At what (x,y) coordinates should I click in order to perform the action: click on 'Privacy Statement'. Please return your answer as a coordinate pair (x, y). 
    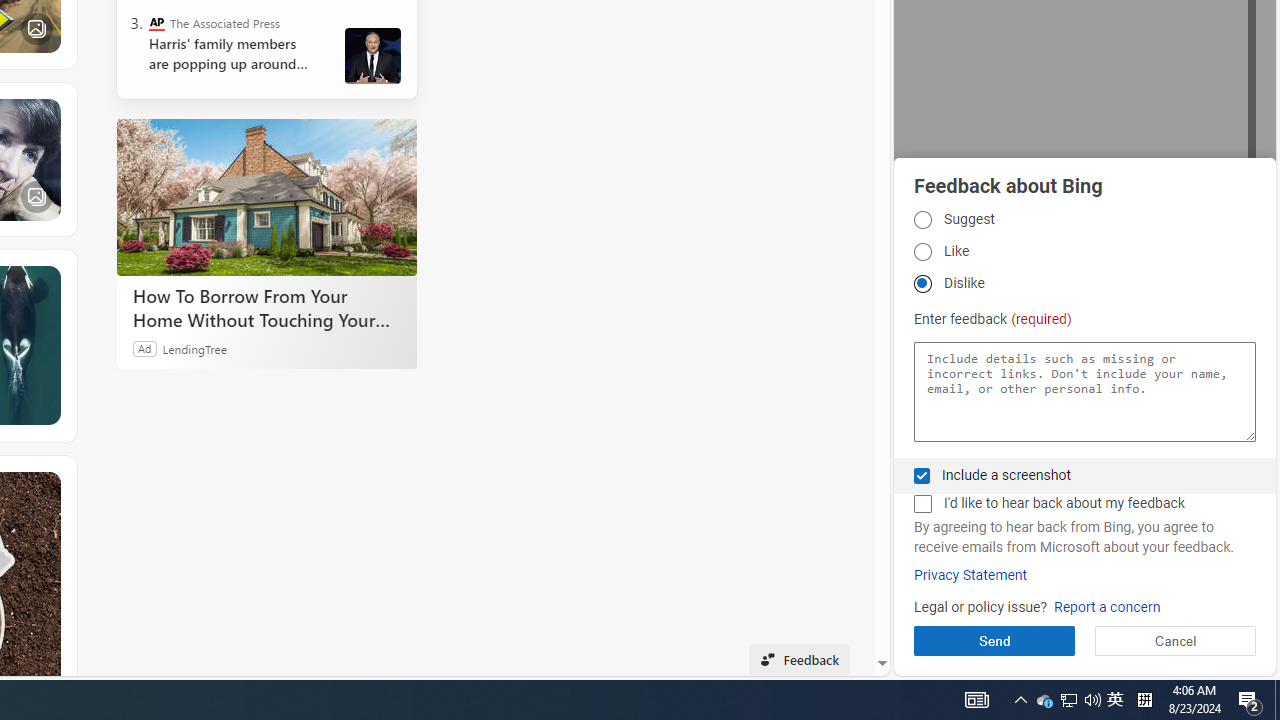
    Looking at the image, I should click on (970, 575).